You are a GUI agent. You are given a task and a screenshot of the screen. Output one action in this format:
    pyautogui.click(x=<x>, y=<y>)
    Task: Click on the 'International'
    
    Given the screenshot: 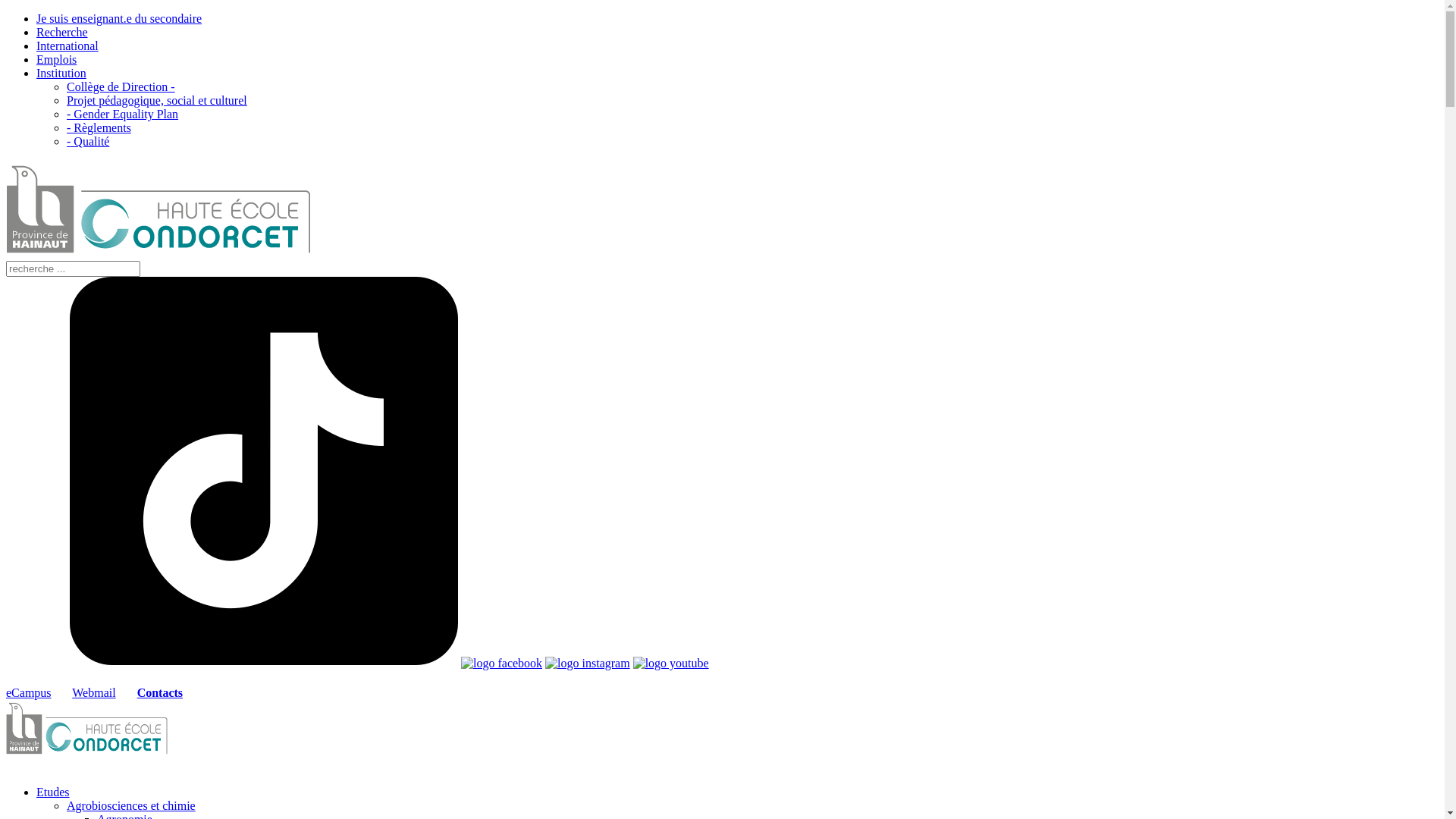 What is the action you would take?
    pyautogui.click(x=67, y=45)
    